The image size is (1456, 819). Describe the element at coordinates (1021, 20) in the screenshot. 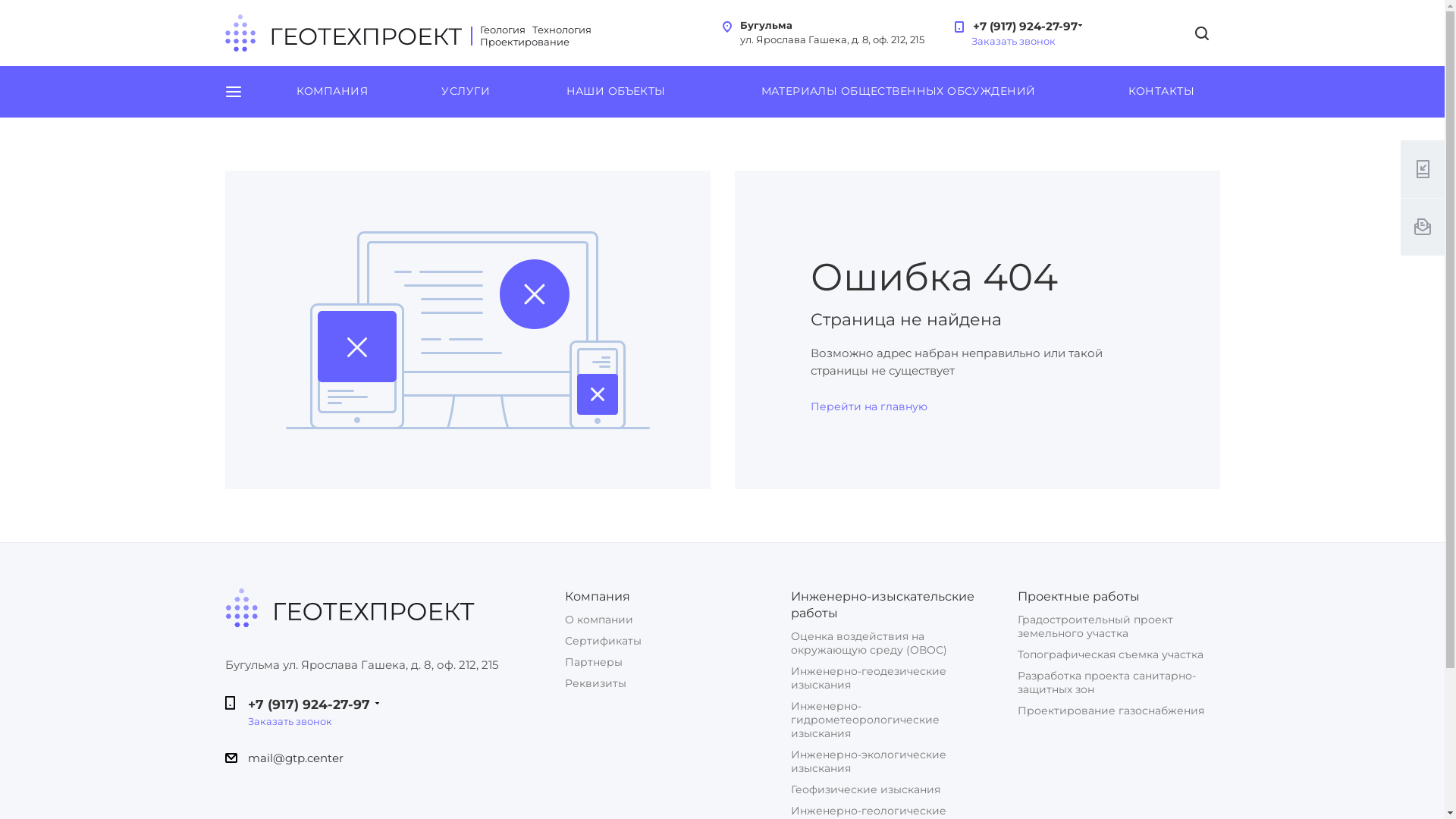

I see `'+7 (917) 924-27-97'` at that location.